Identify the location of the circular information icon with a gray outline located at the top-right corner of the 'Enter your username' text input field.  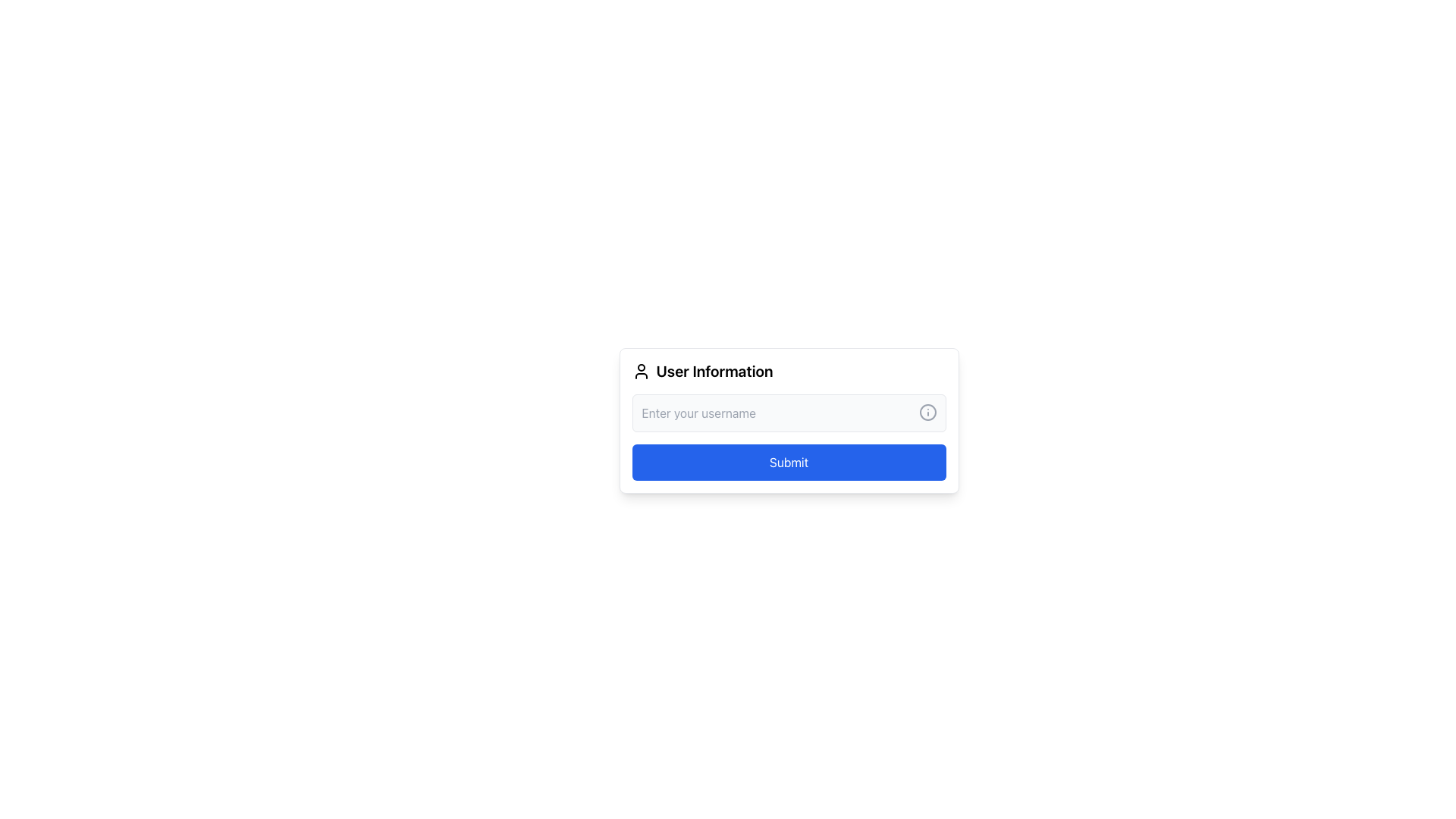
(927, 412).